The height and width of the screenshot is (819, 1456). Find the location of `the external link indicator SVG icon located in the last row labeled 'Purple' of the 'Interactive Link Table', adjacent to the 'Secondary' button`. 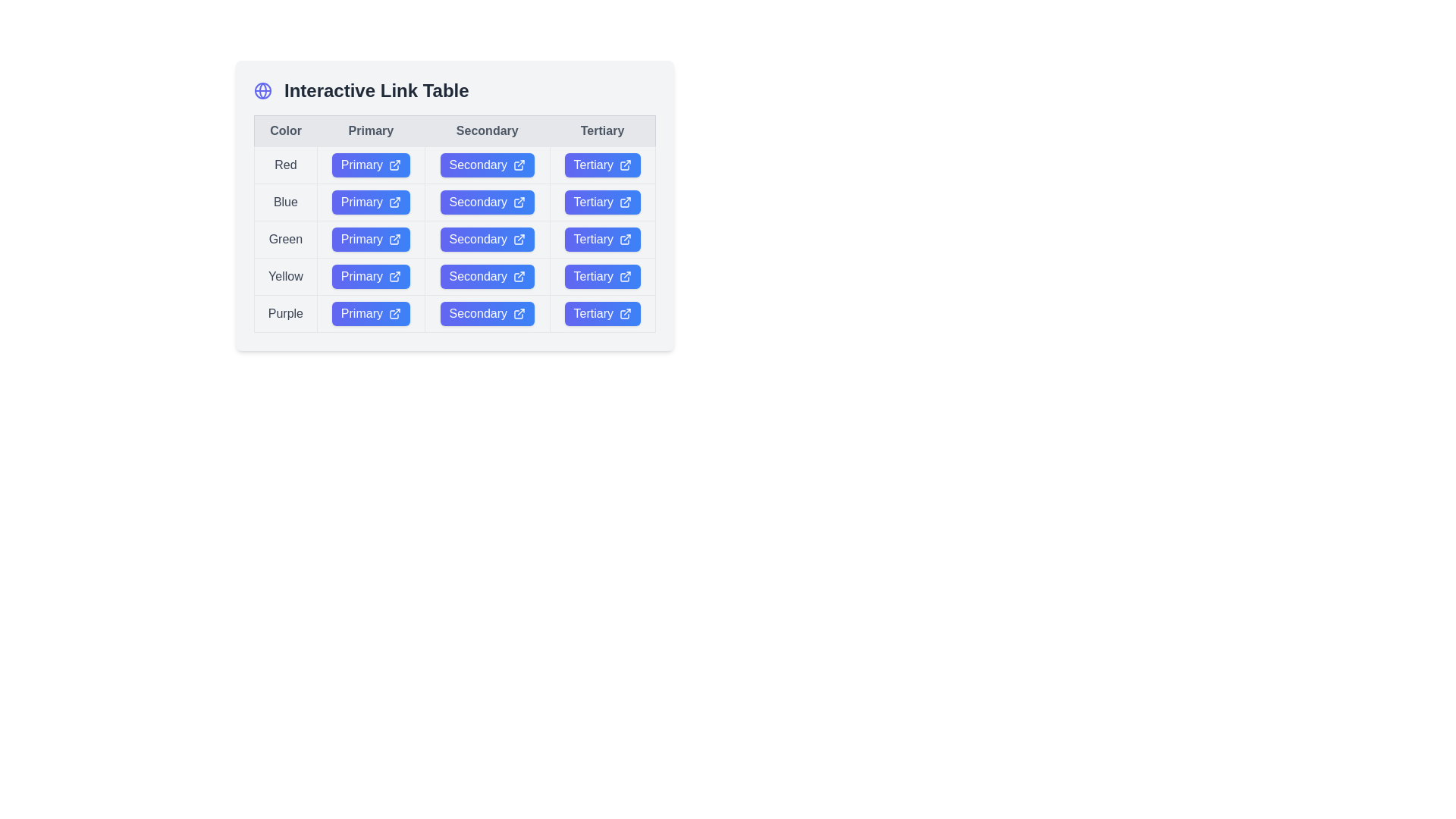

the external link indicator SVG icon located in the last row labeled 'Purple' of the 'Interactive Link Table', adjacent to the 'Secondary' button is located at coordinates (519, 314).